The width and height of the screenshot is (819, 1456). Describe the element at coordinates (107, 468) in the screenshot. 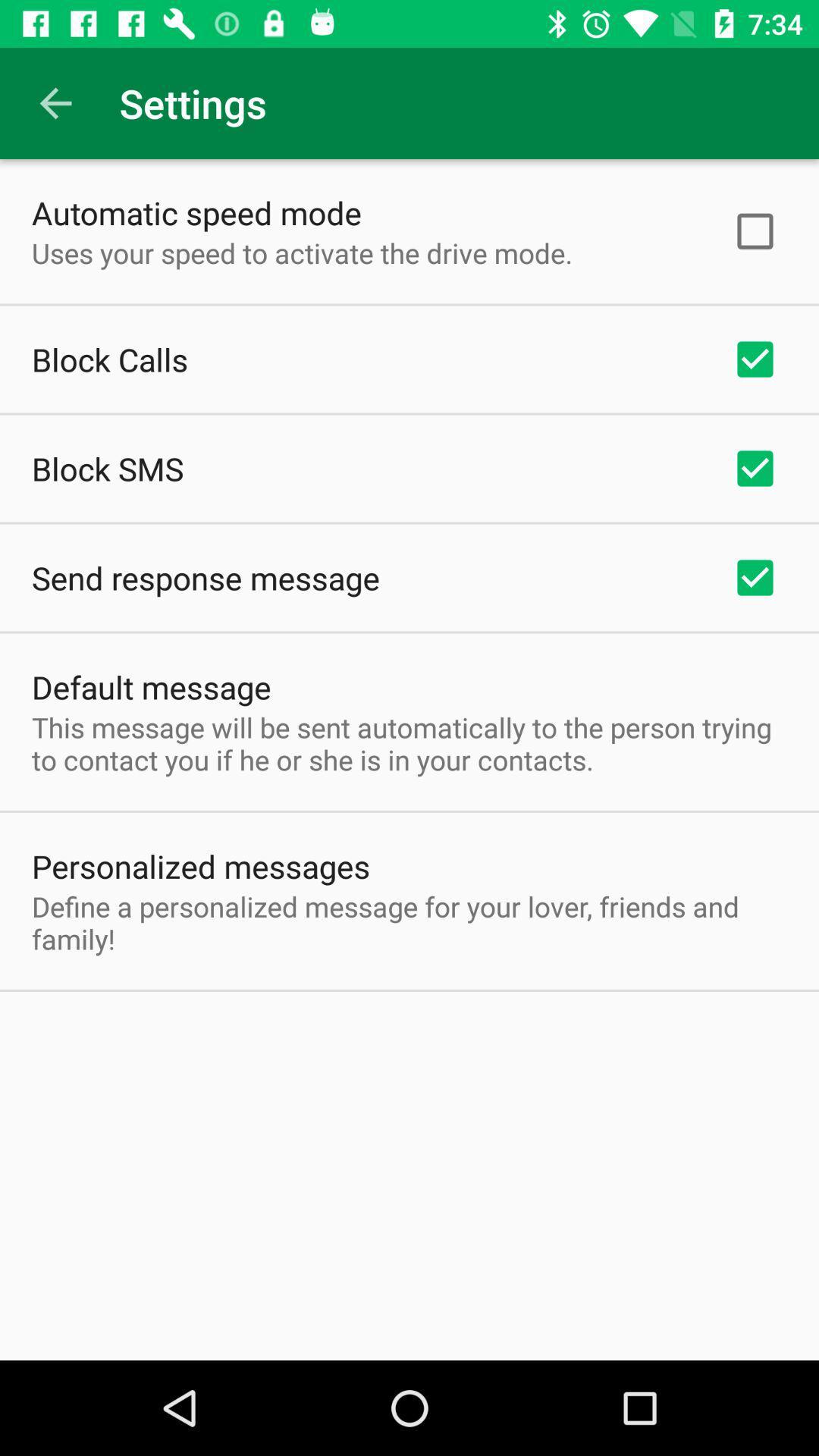

I see `the block sms` at that location.